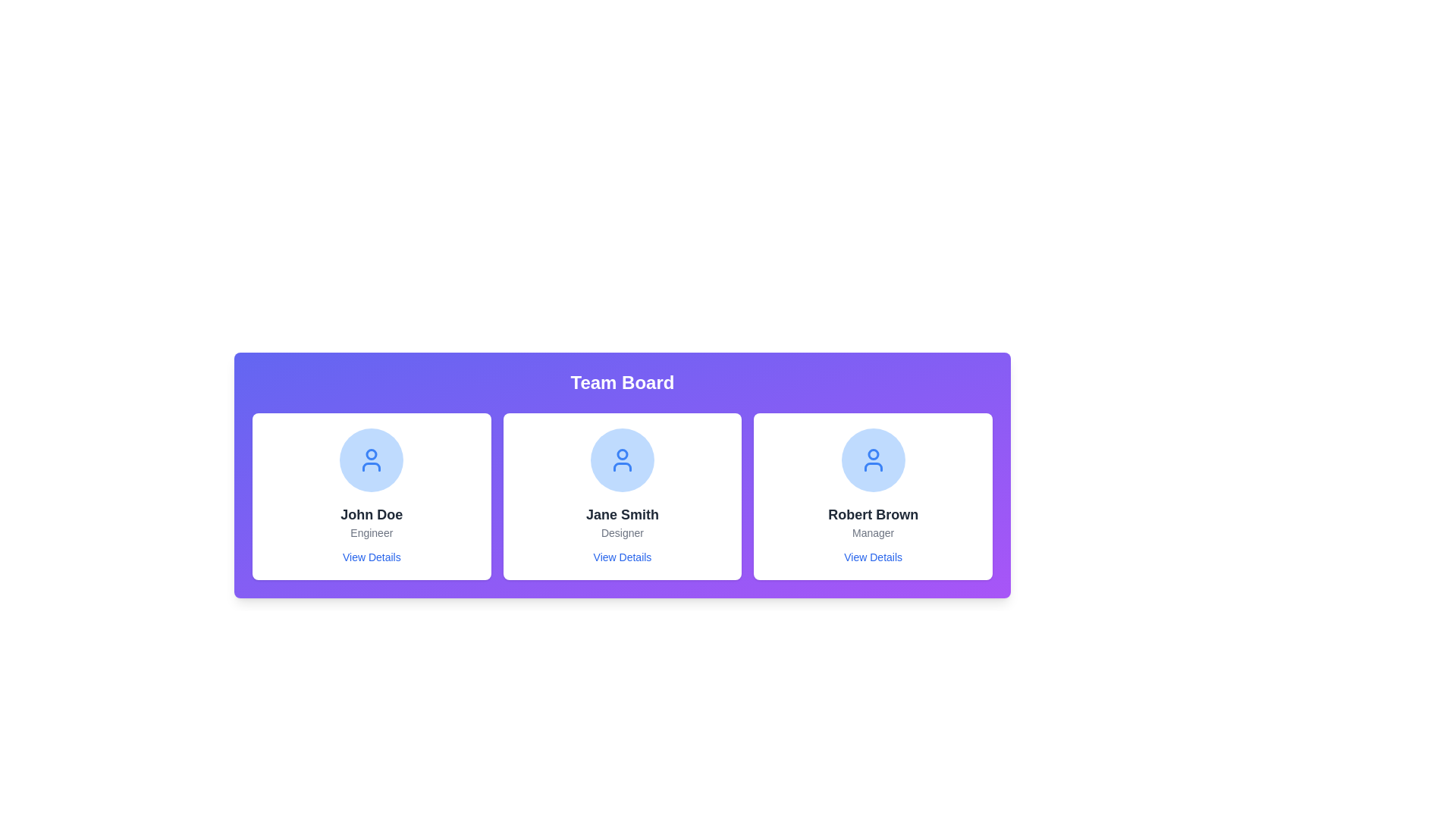 The width and height of the screenshot is (1456, 819). I want to click on the text label 'John Doe' which is displayed in bold black font and is positioned within the first card, directly below the avatar icon and above the job description 'Engineer', so click(372, 513).